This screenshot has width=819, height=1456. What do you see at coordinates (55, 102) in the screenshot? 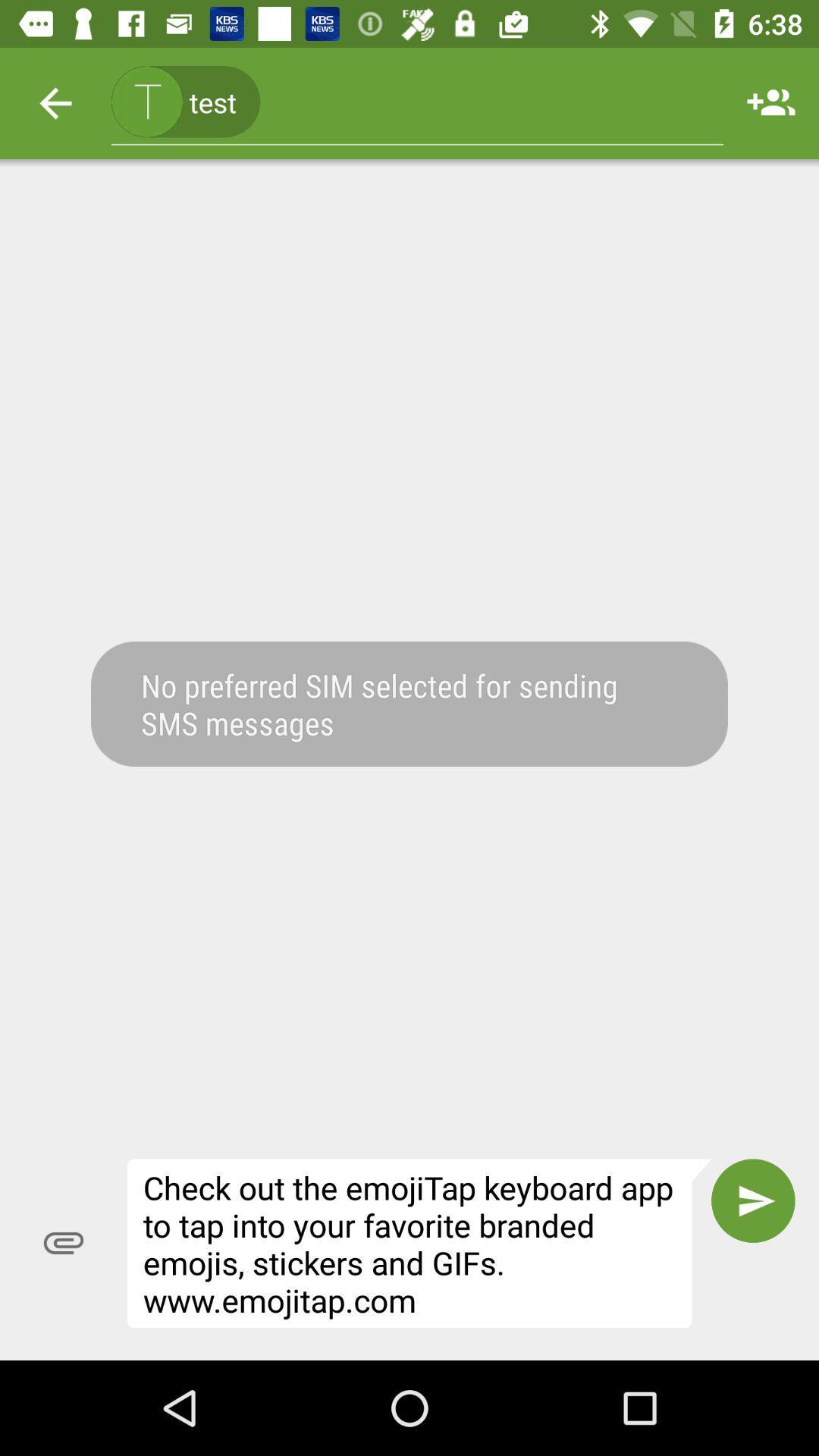
I see `item at the top left corner` at bounding box center [55, 102].